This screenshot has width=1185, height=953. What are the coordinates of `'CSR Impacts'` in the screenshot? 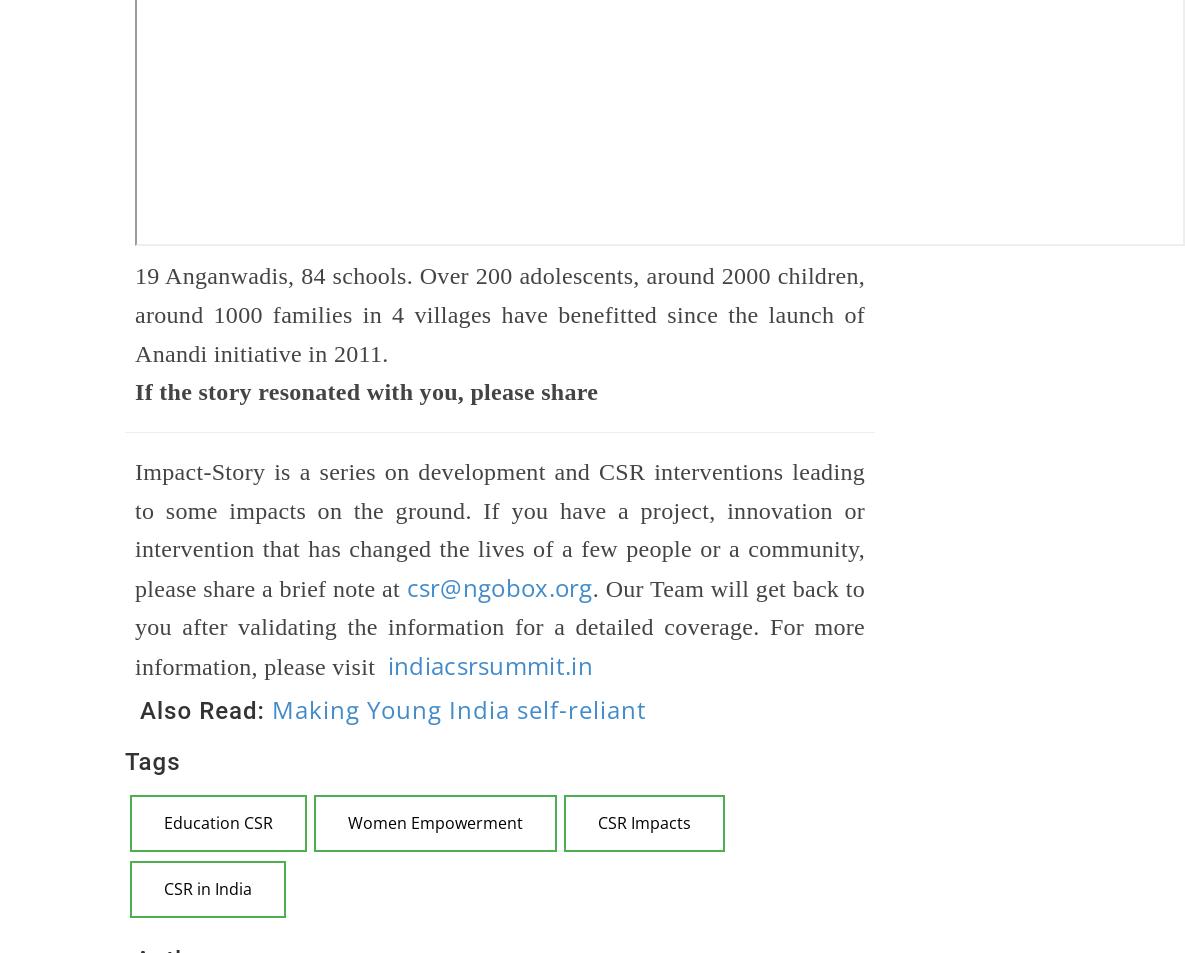 It's located at (597, 823).